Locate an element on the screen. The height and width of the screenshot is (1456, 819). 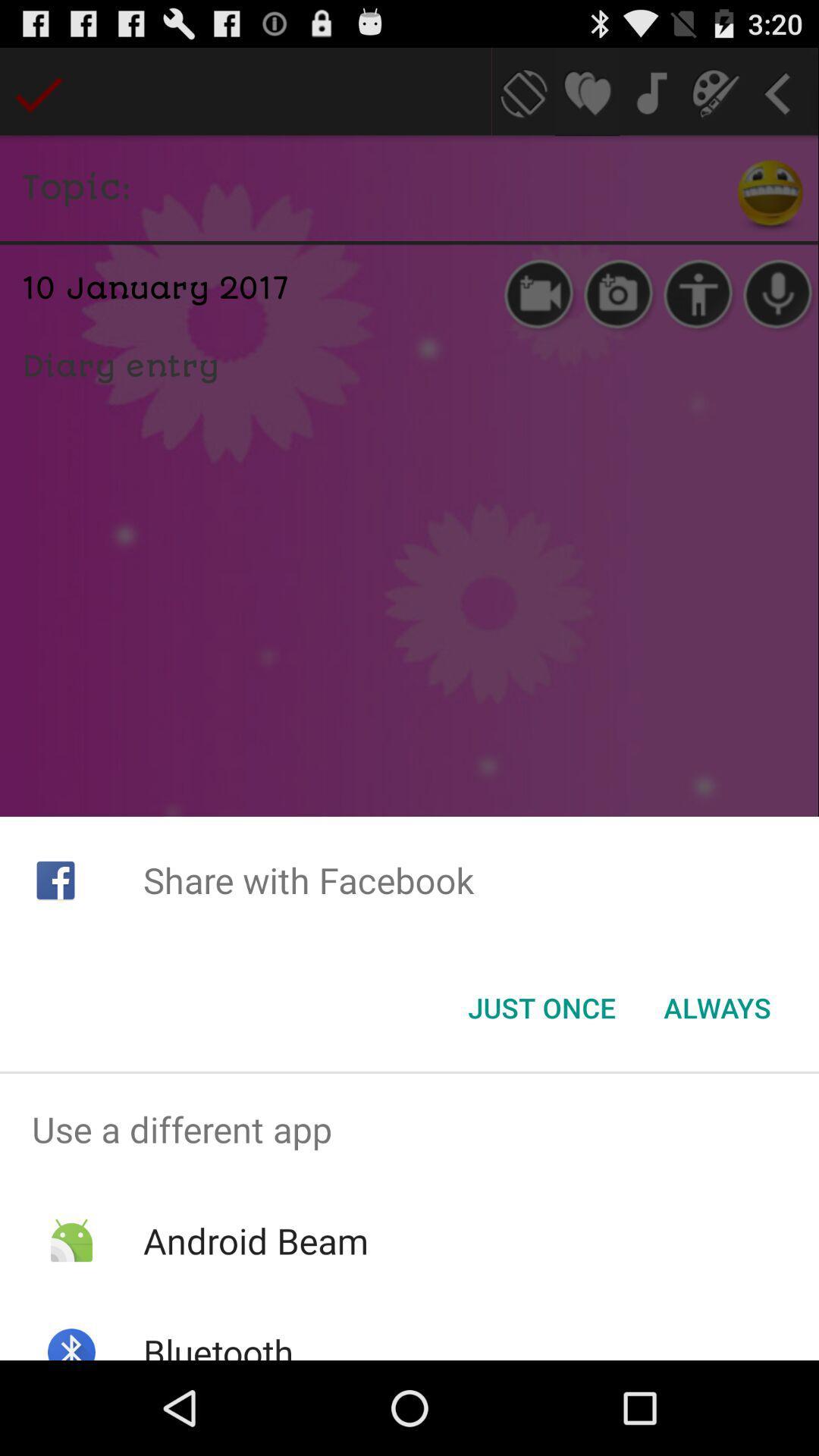
the icon above bluetooth is located at coordinates (255, 1241).